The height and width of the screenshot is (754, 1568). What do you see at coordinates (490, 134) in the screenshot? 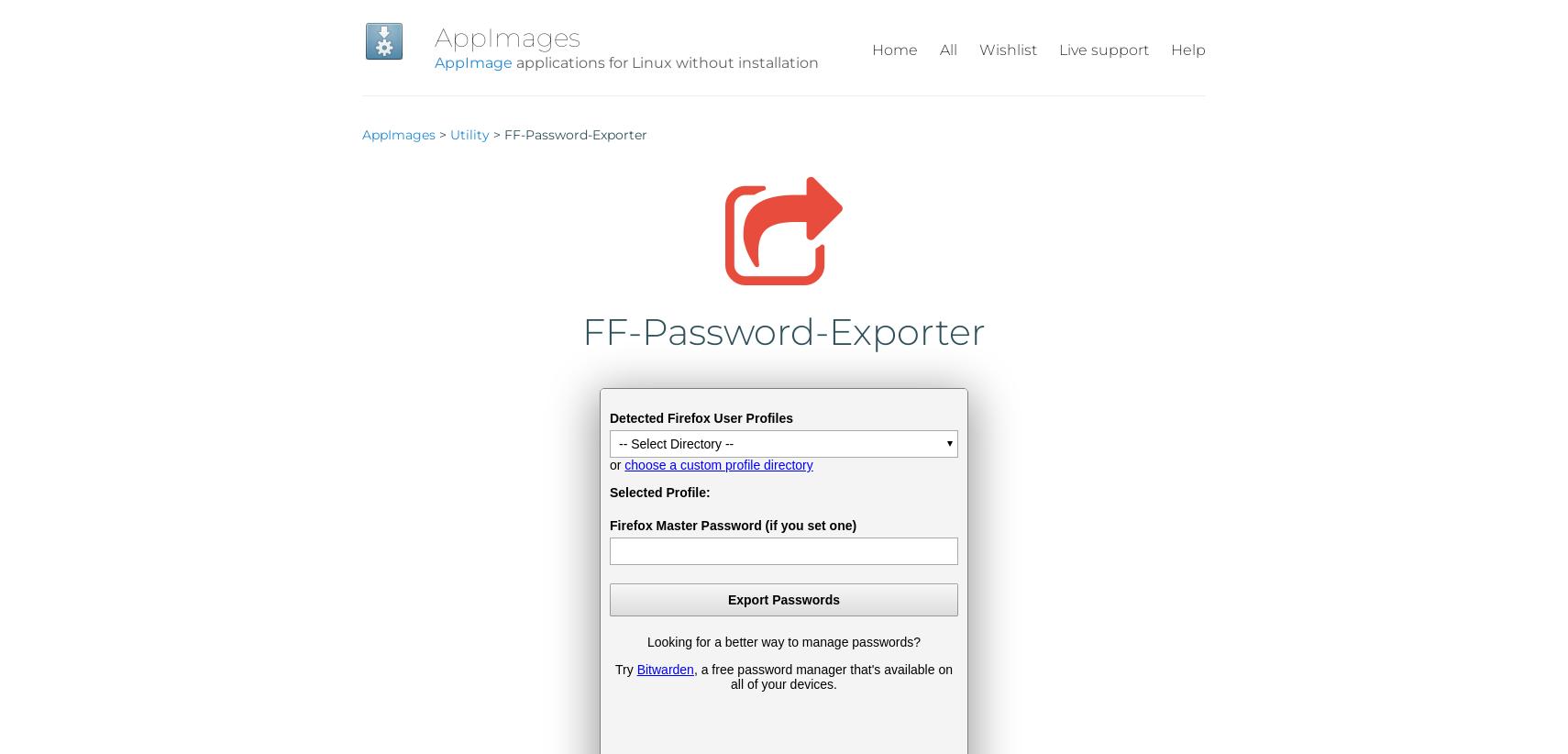
I see `'> FF-Password-Exporter'` at bounding box center [490, 134].